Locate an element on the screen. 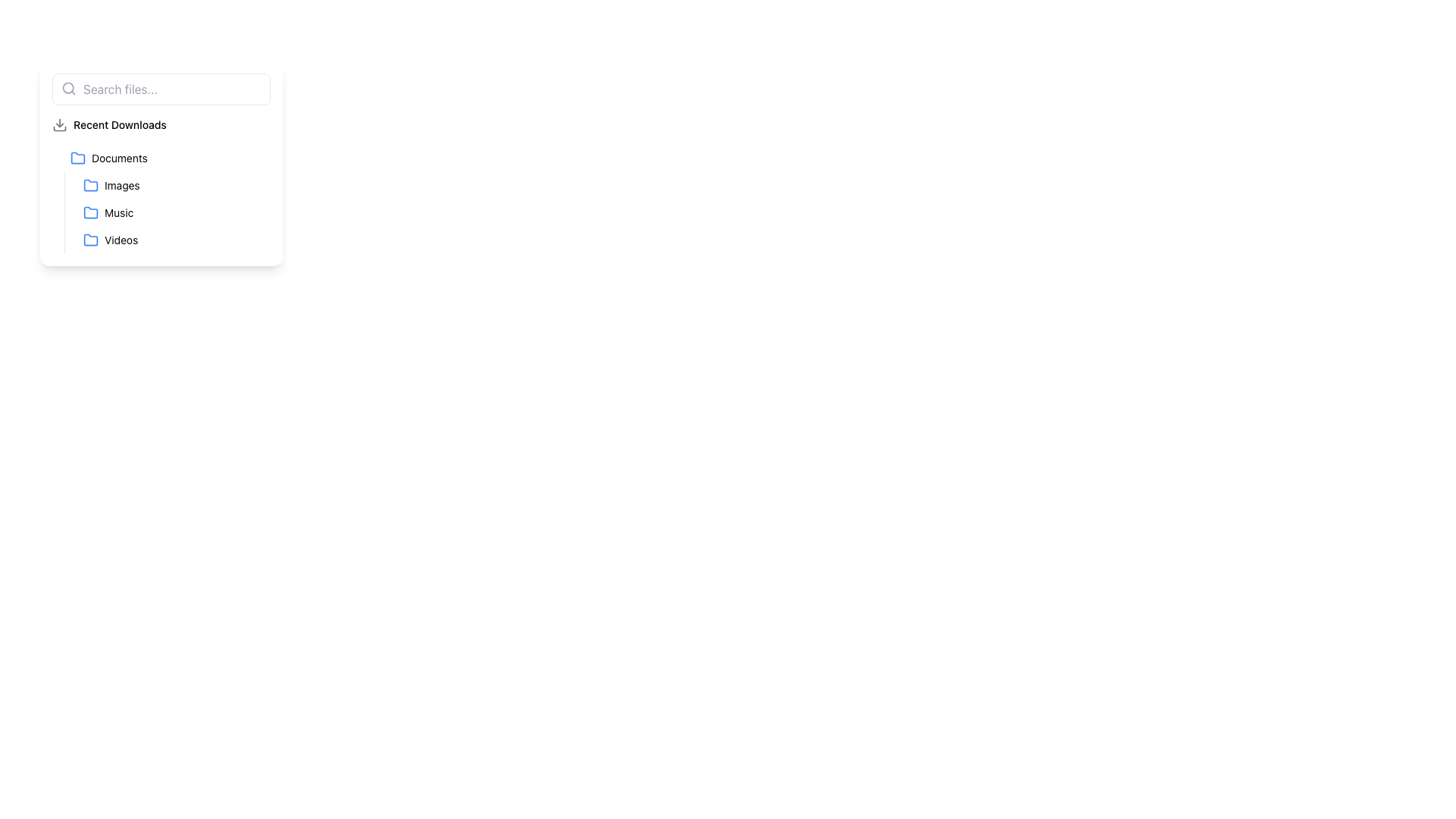 The width and height of the screenshot is (1456, 819). the 'Documents' folder icon located in the left sidebar under the 'Recent Downloads' section is located at coordinates (77, 158).